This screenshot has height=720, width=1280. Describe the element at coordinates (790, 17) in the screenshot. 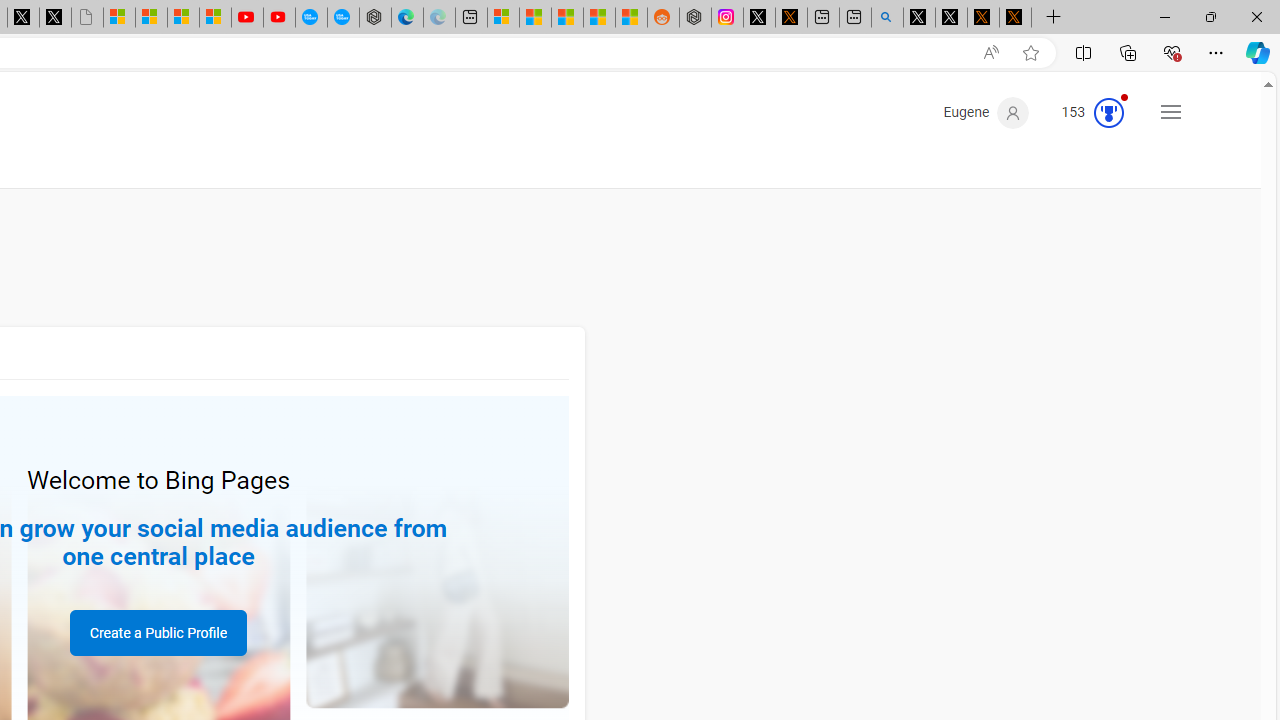

I see `'help.x.com | 524: A timeout occurred'` at that location.